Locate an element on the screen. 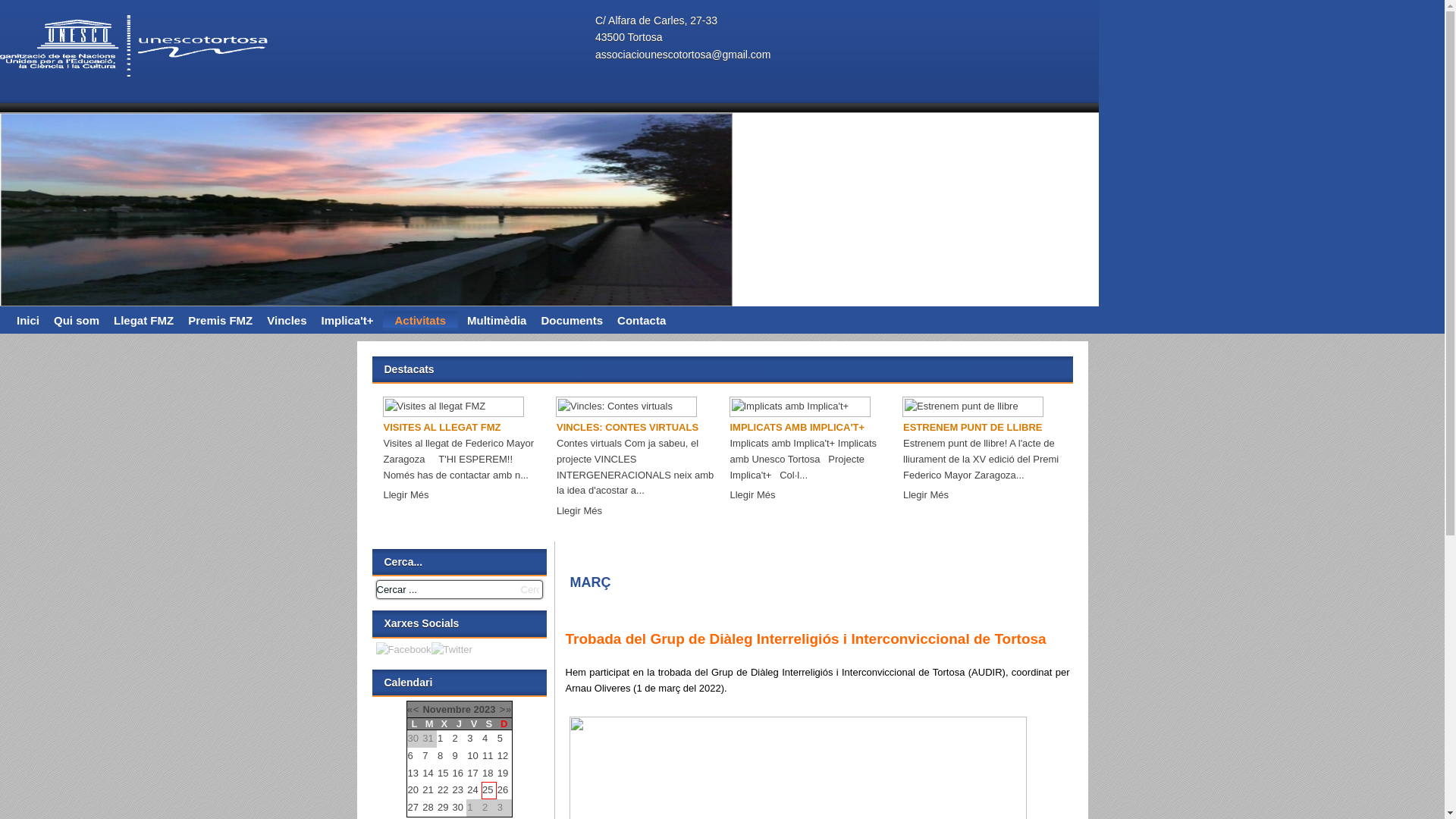  'Inici' is located at coordinates (28, 320).